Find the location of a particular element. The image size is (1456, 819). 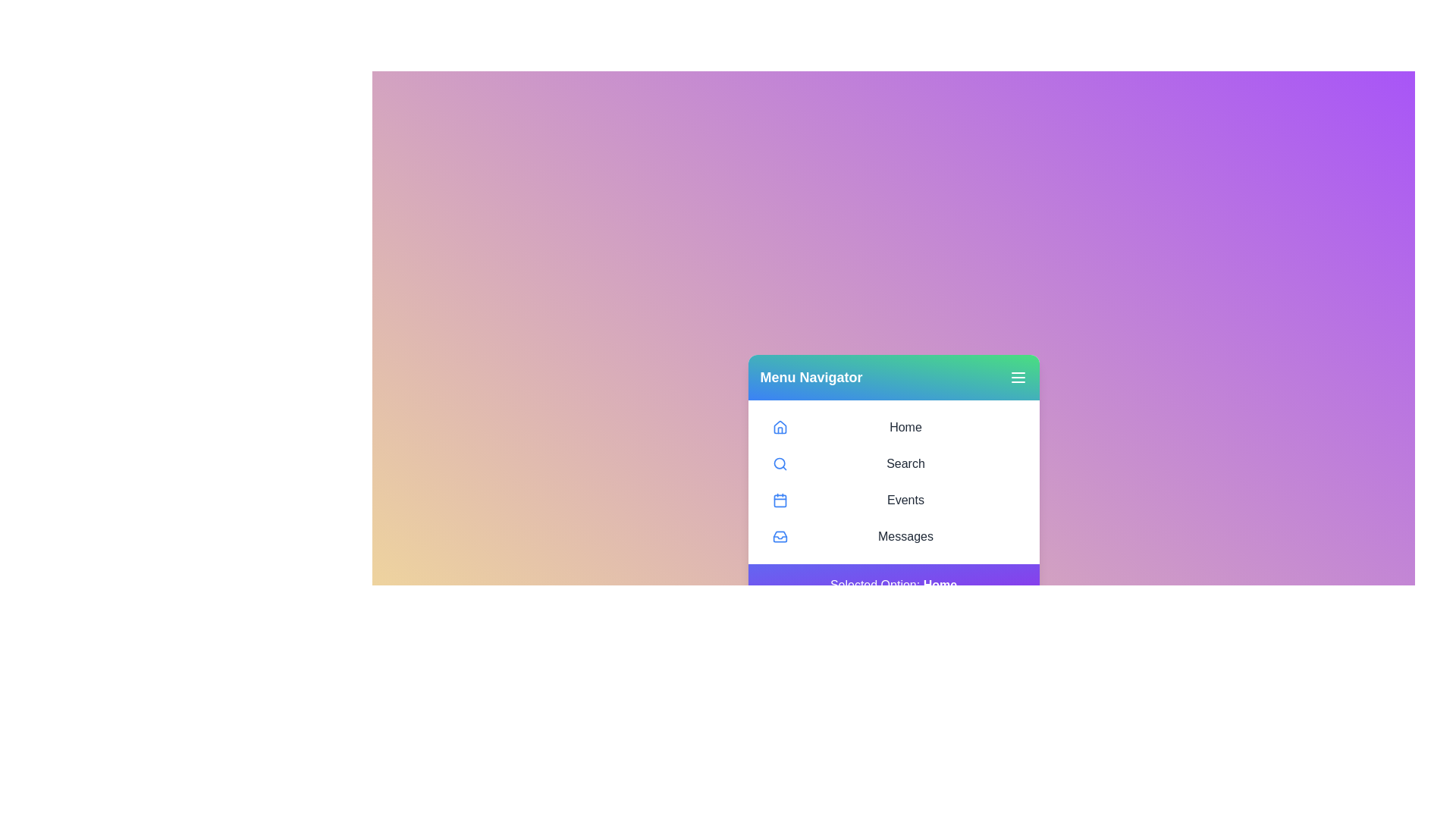

the menu item Messages from the menu is located at coordinates (893, 536).